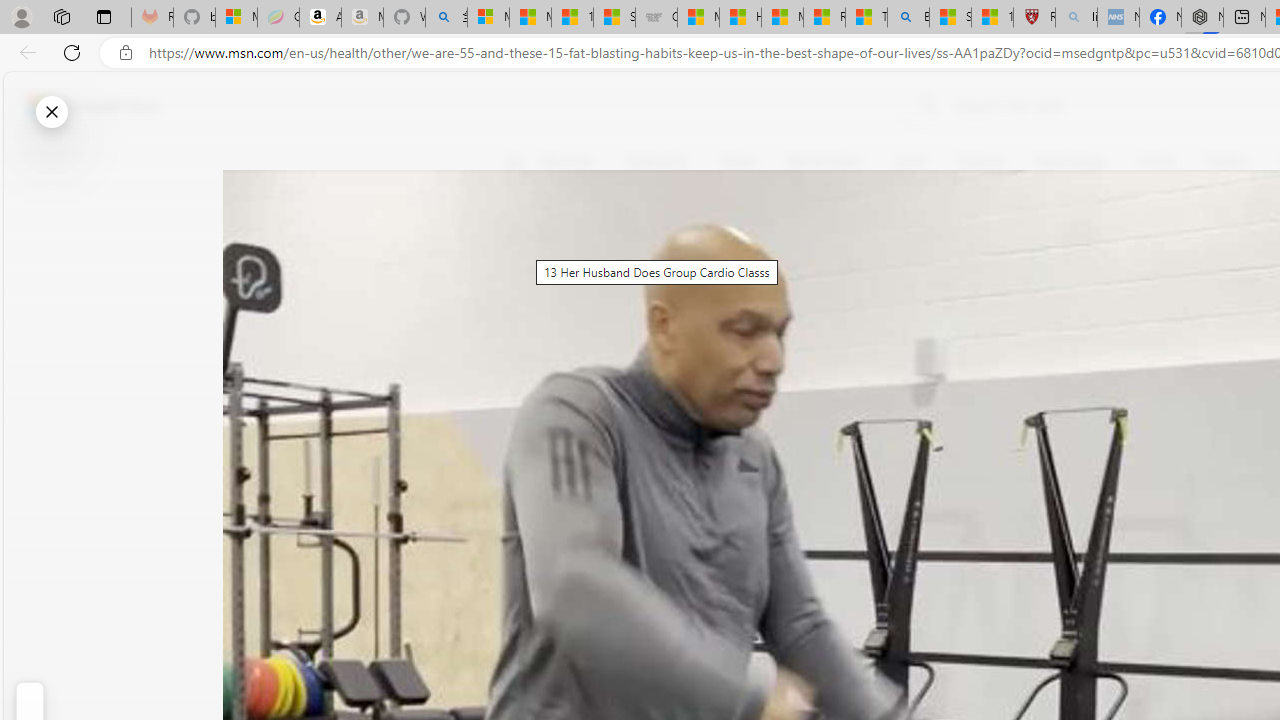 This screenshot has height=720, width=1280. I want to click on 'Robert H. Shmerling, MD - Harvard Health', so click(1034, 17).